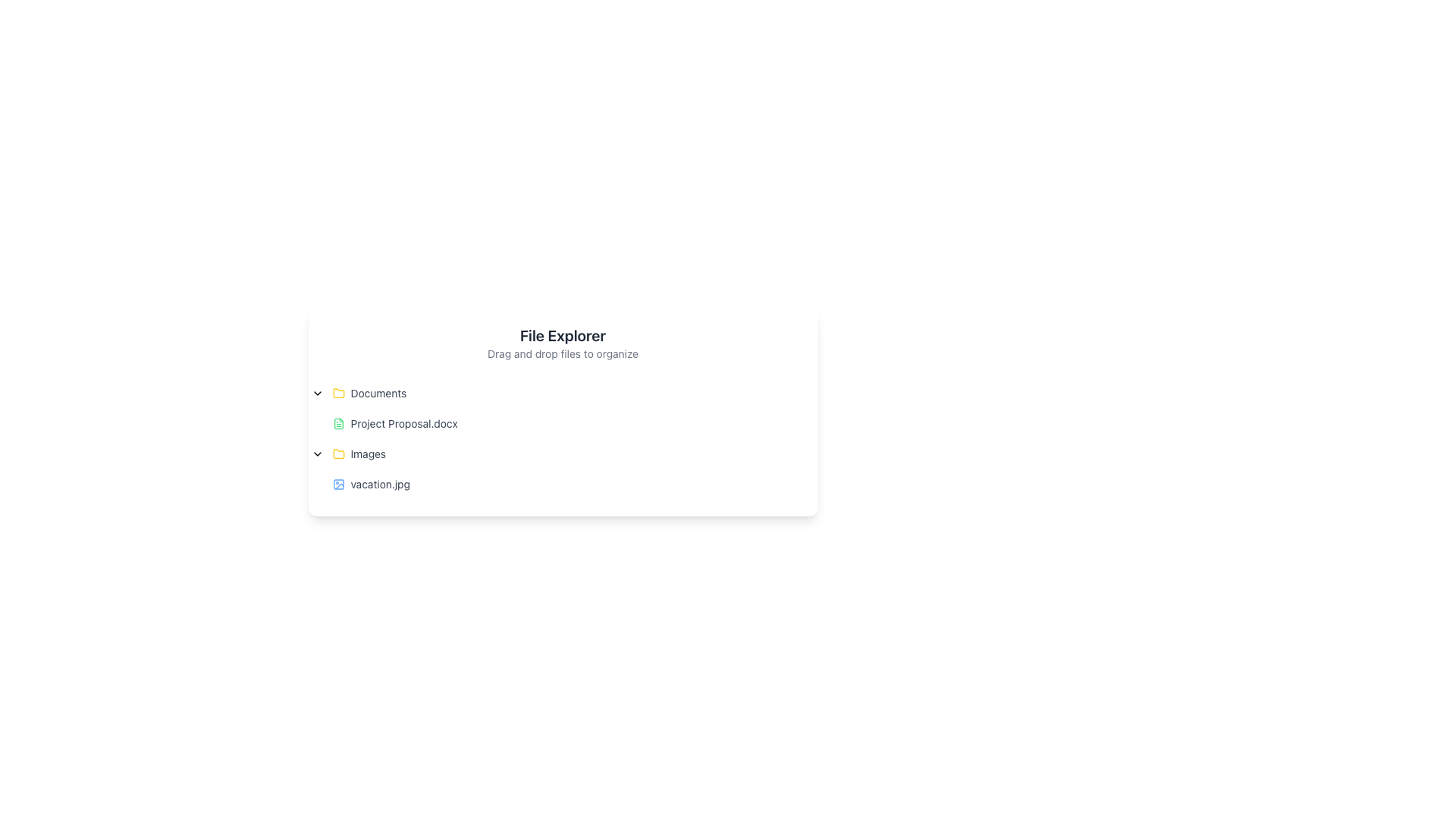 This screenshot has height=819, width=1456. I want to click on on the File list item labeled 'Project Proposal.docx' which is located in the 'Documents' section of the file explorer, so click(551, 424).